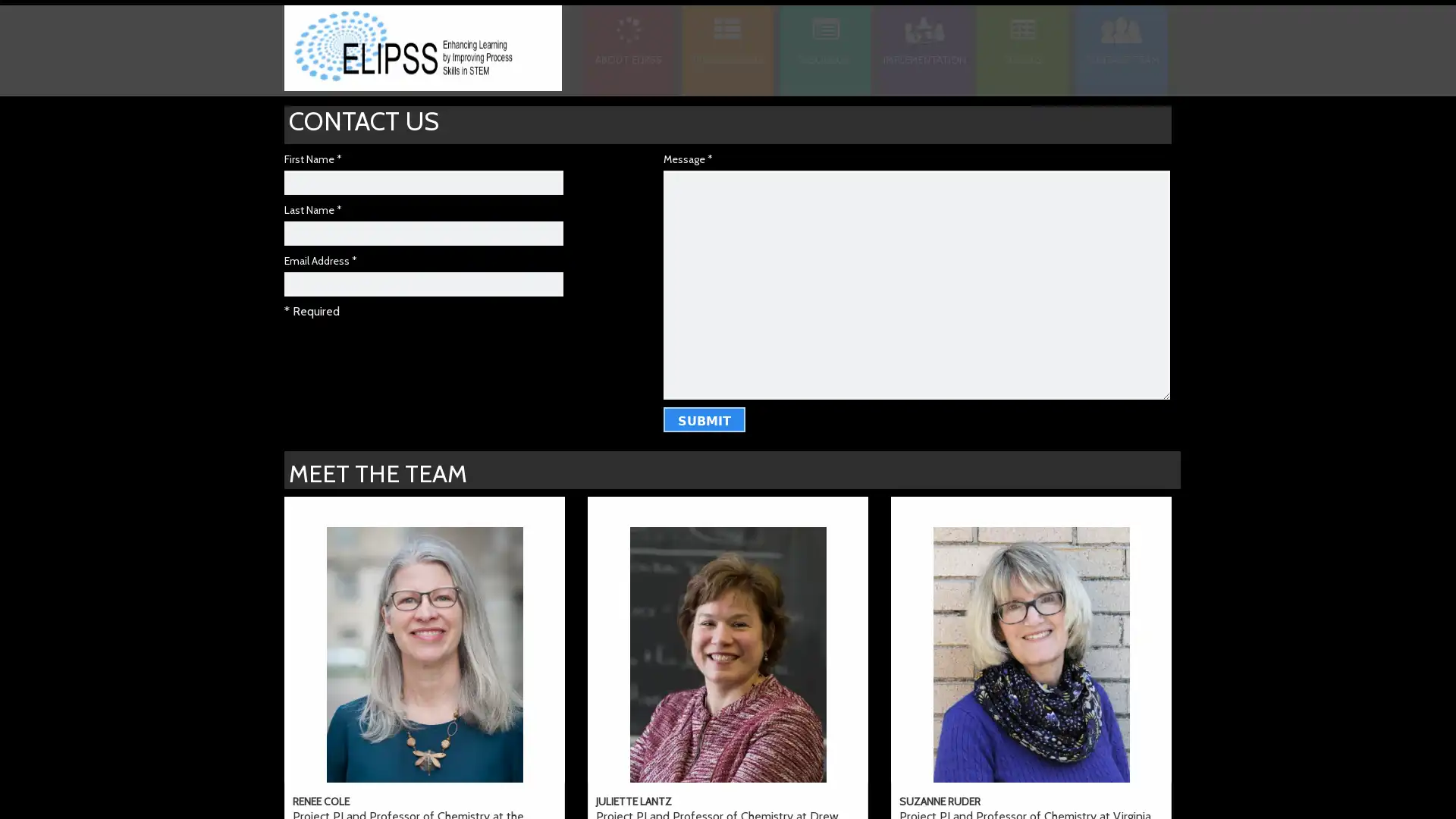 The height and width of the screenshot is (819, 1456). Describe the element at coordinates (704, 419) in the screenshot. I see `Submit` at that location.